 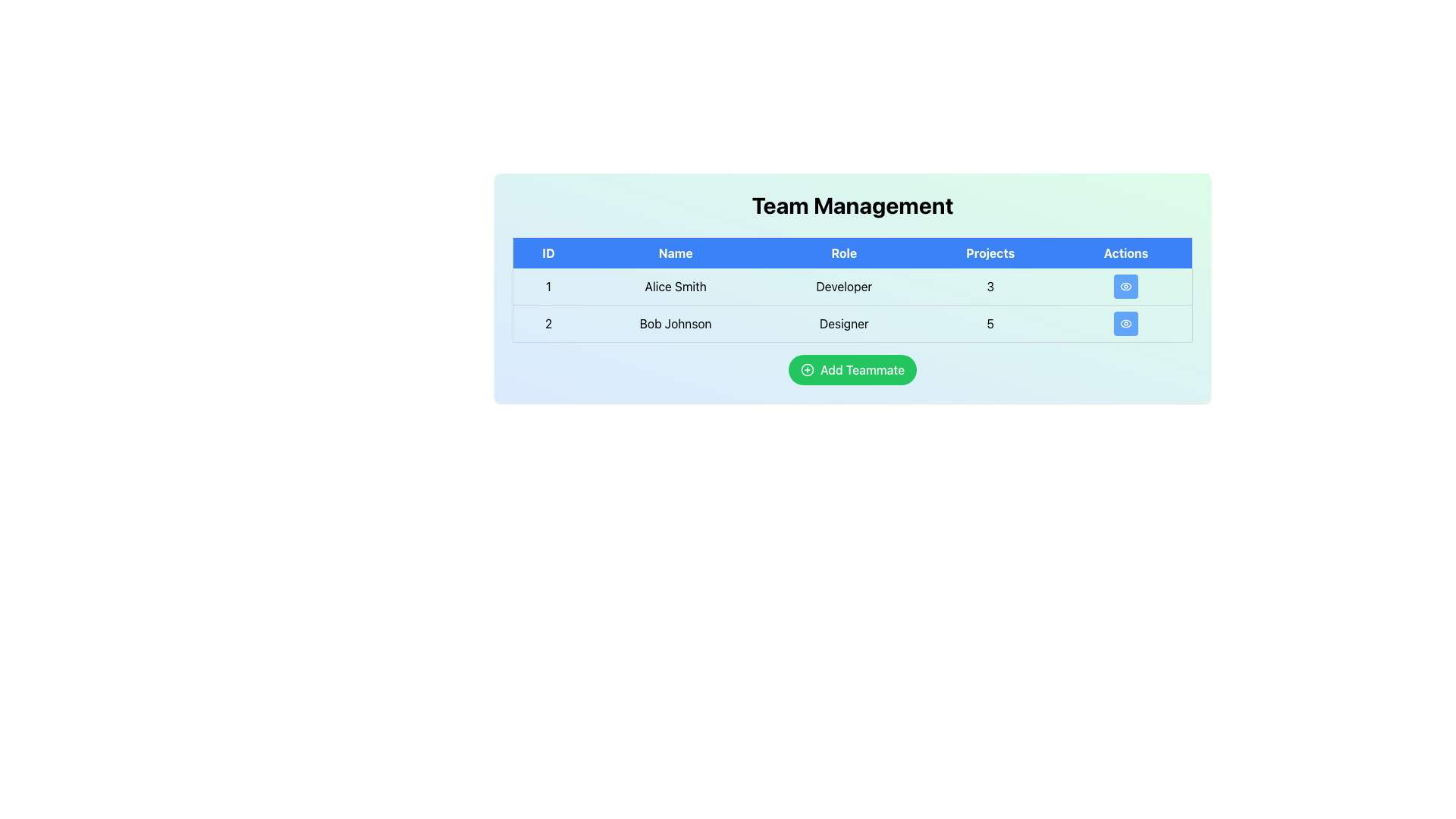 What do you see at coordinates (852, 305) in the screenshot?
I see `the table cell representing the job role 'Developer' in the first row under the 'Role' column` at bounding box center [852, 305].